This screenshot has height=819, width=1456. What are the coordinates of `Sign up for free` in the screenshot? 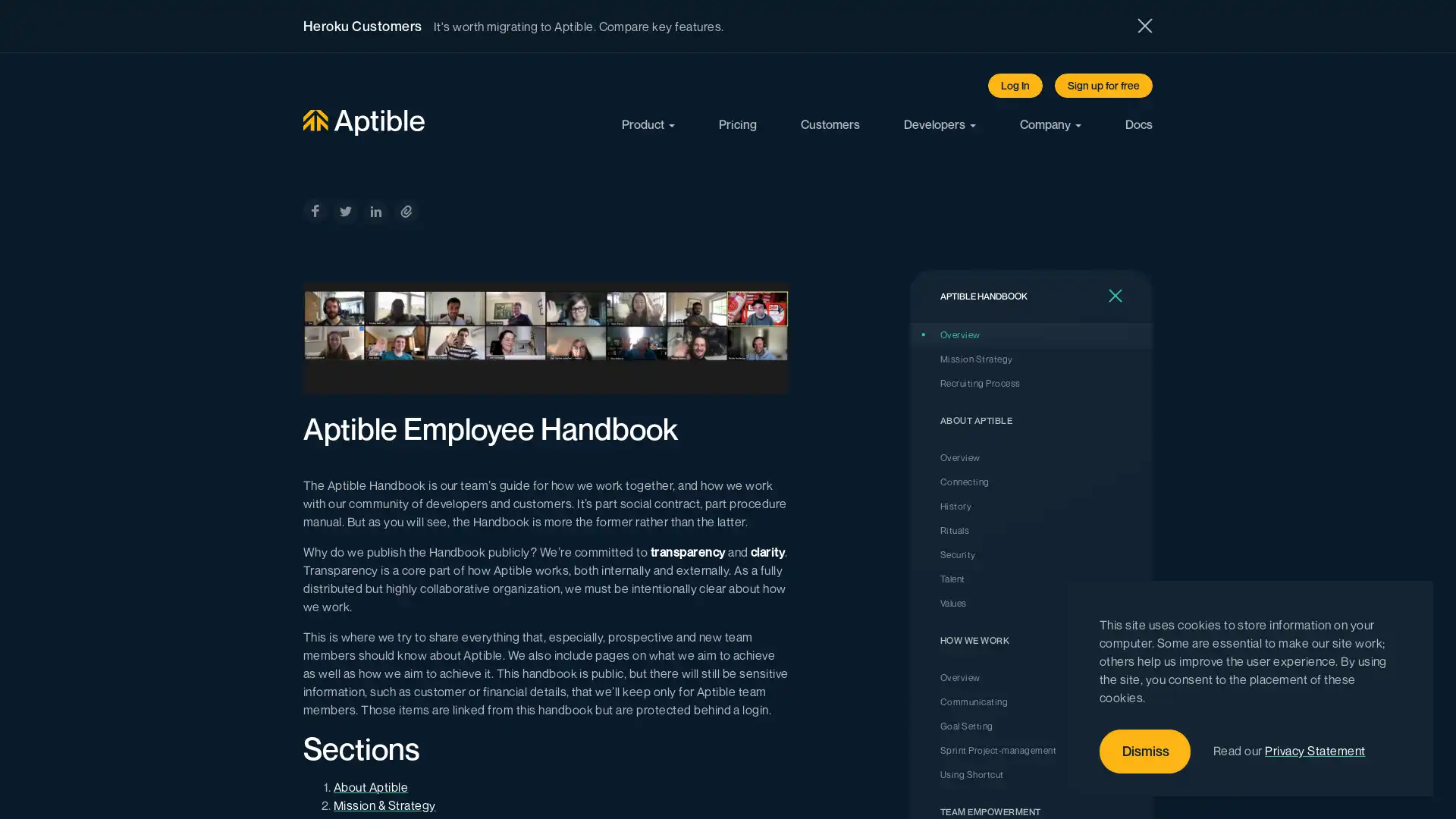 It's located at (1103, 85).